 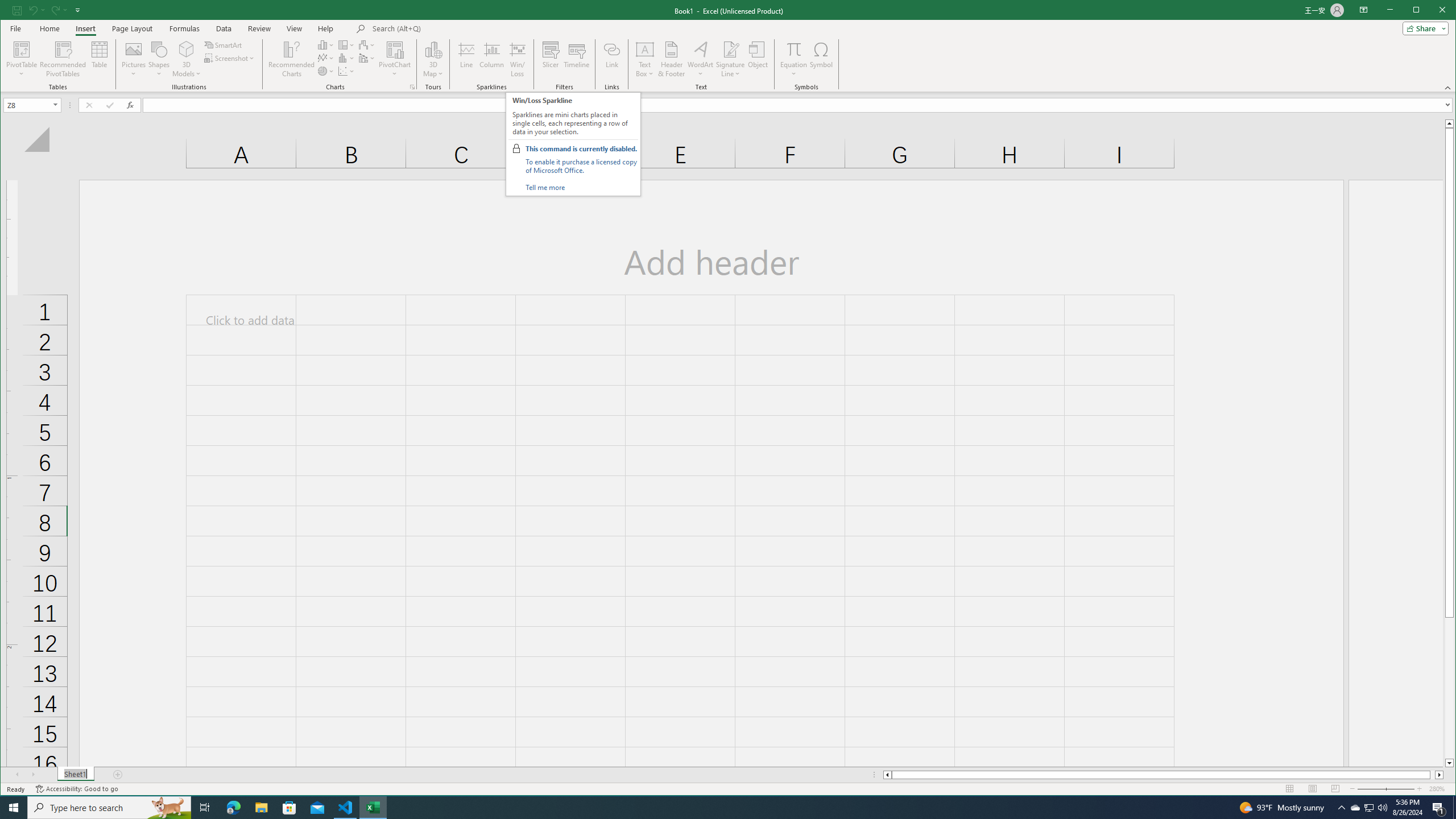 What do you see at coordinates (394, 48) in the screenshot?
I see `'PivotChart'` at bounding box center [394, 48].